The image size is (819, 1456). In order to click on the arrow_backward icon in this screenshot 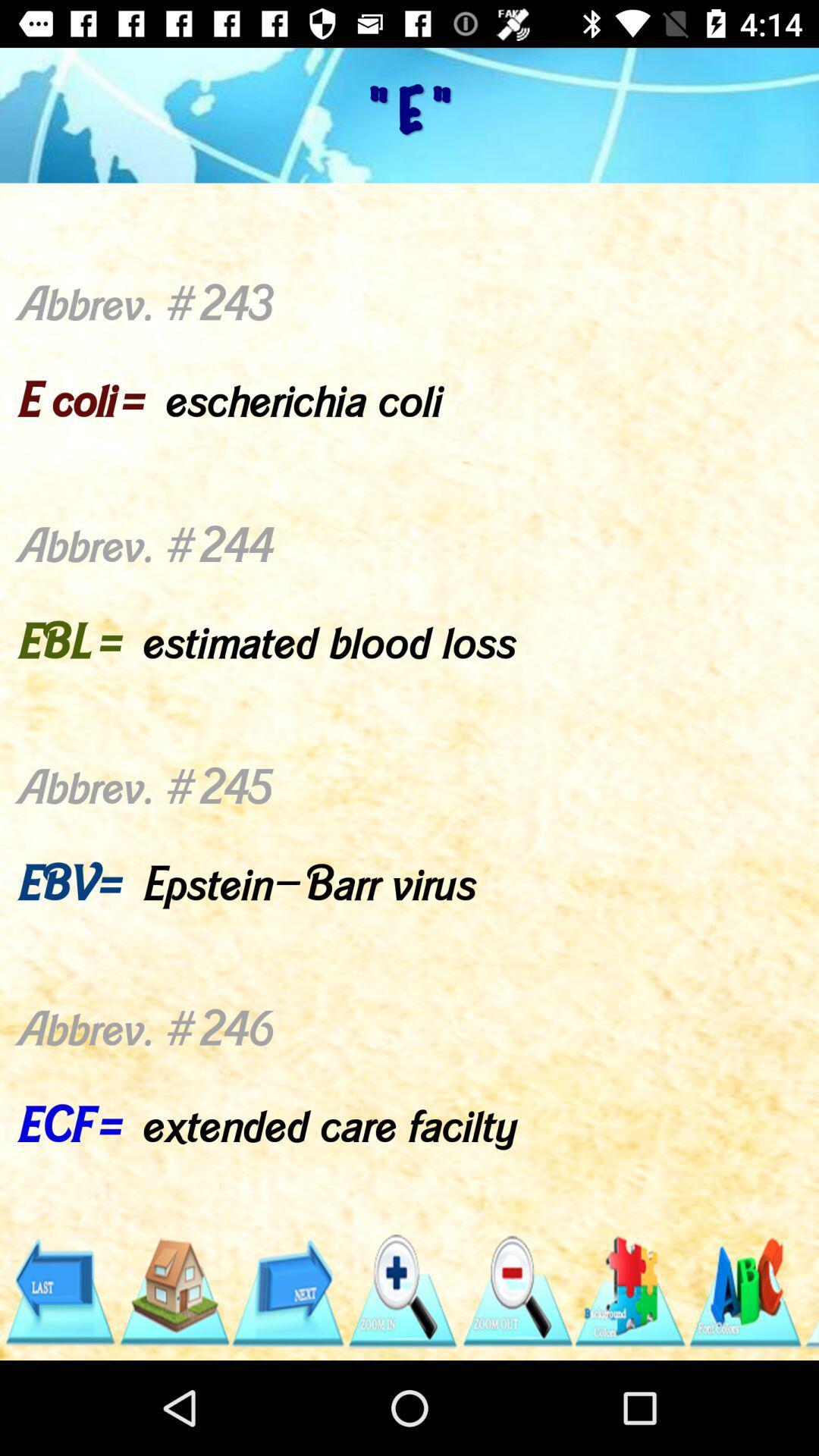, I will do `click(58, 1291)`.